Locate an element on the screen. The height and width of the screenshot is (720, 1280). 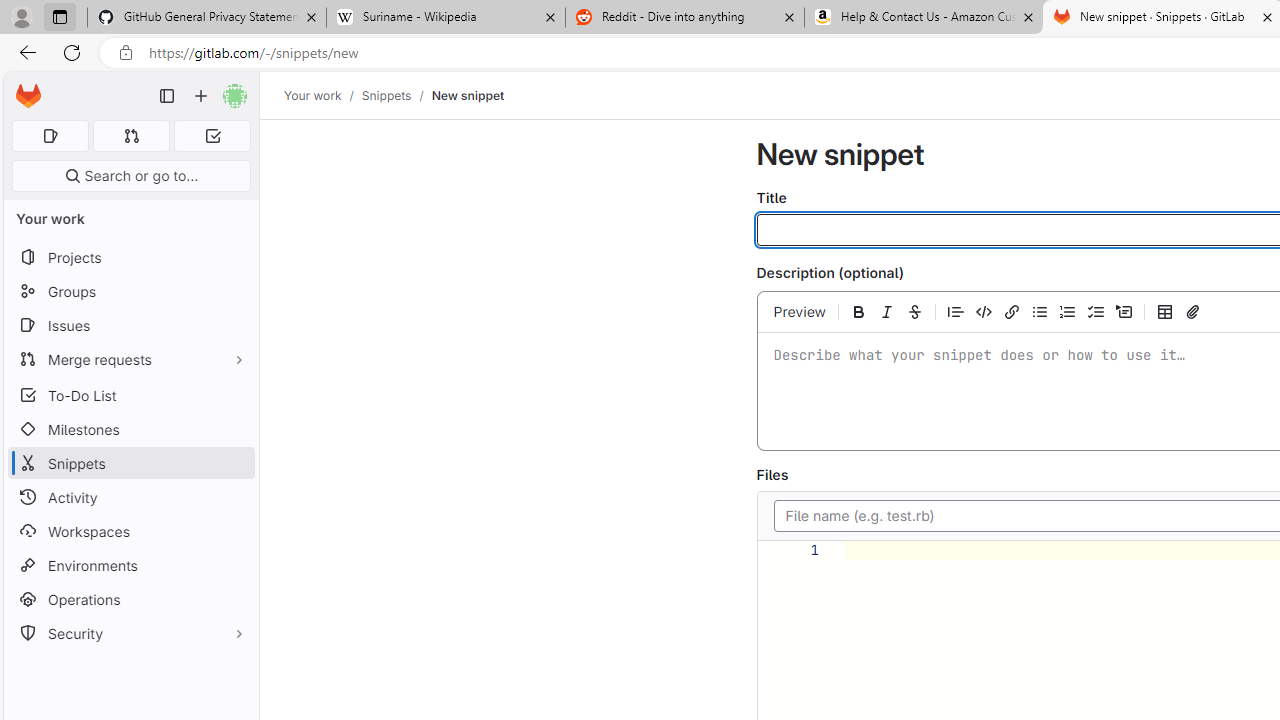
'Snippets/' is located at coordinates (396, 95).